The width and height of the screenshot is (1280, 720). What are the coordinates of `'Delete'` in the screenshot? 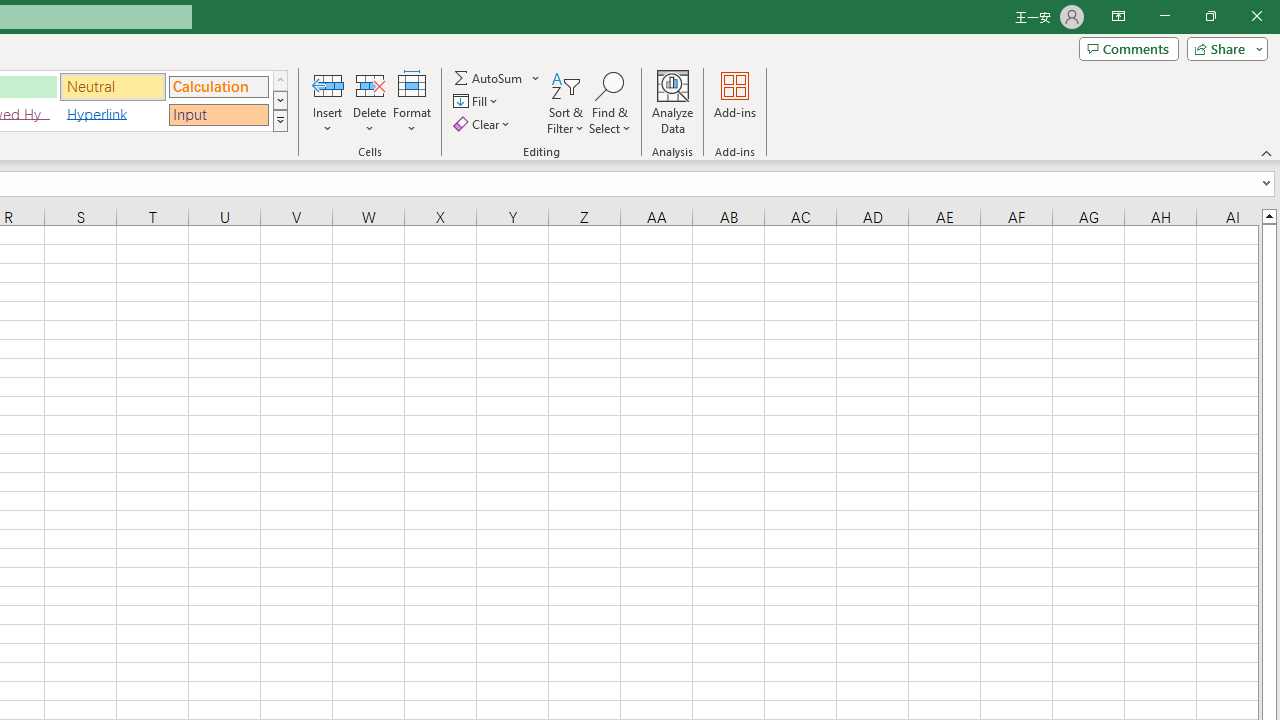 It's located at (369, 103).